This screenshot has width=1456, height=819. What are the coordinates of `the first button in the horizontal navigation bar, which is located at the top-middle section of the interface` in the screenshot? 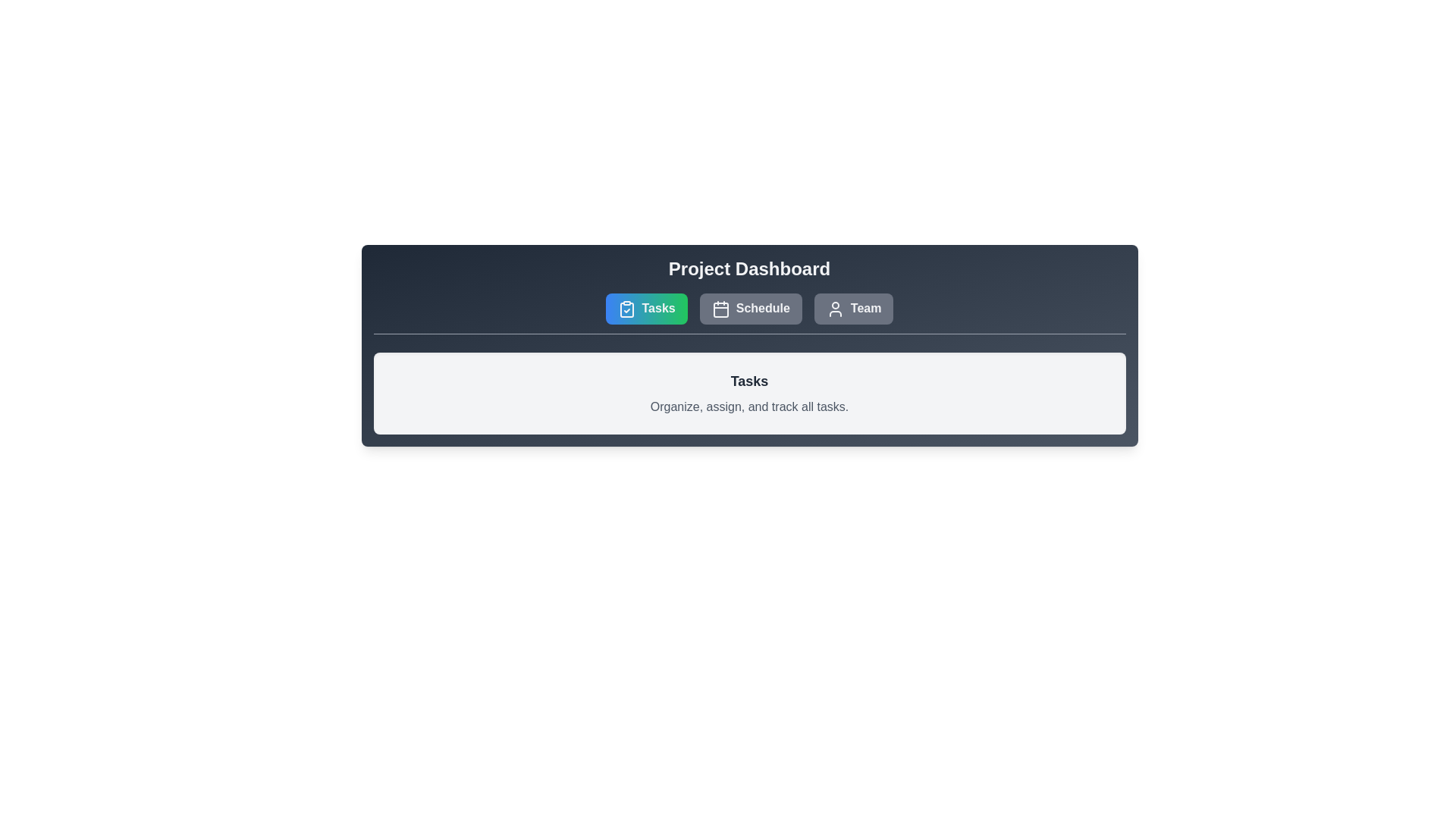 It's located at (646, 308).